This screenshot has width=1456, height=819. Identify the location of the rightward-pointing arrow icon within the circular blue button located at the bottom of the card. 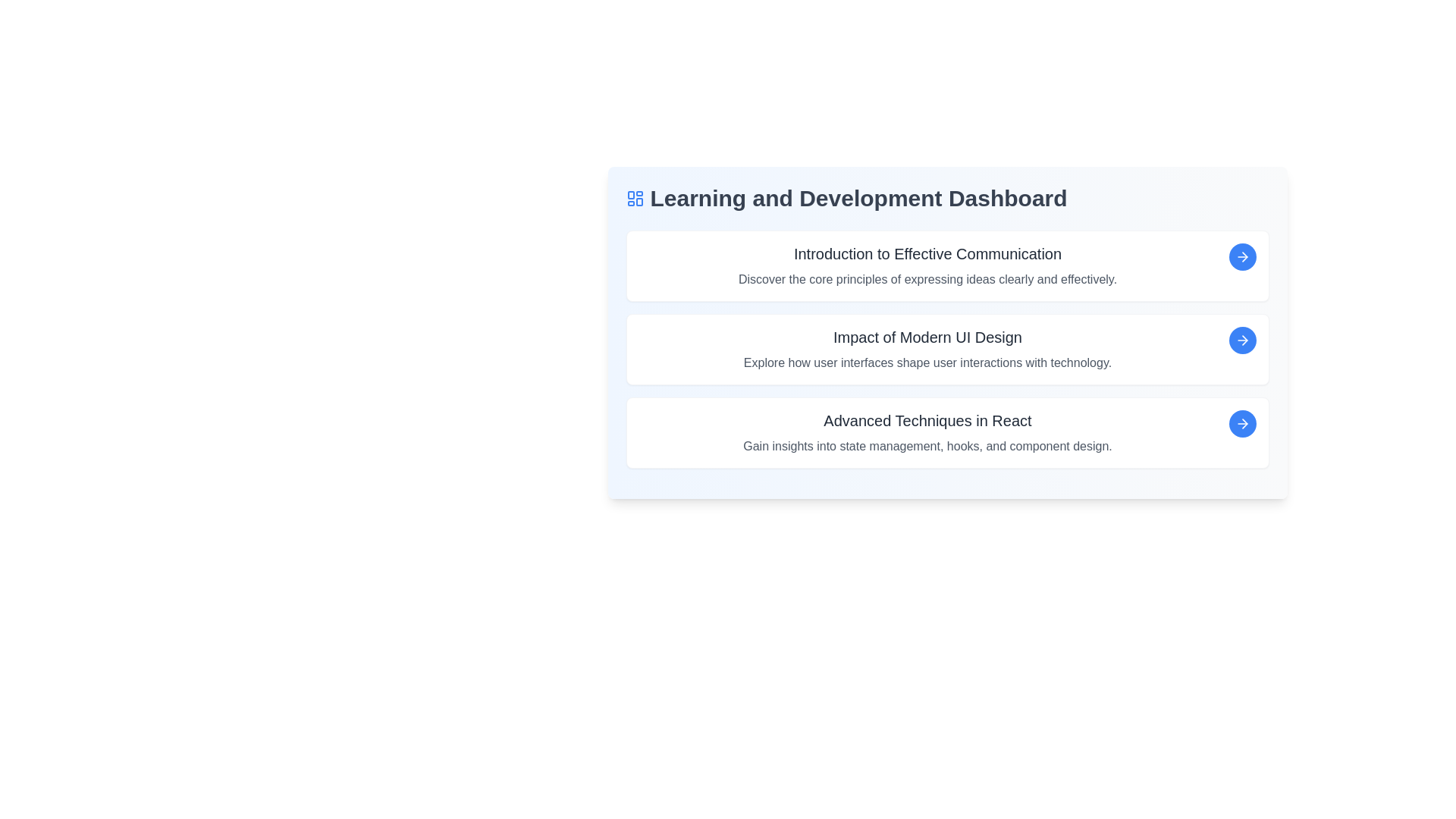
(1242, 424).